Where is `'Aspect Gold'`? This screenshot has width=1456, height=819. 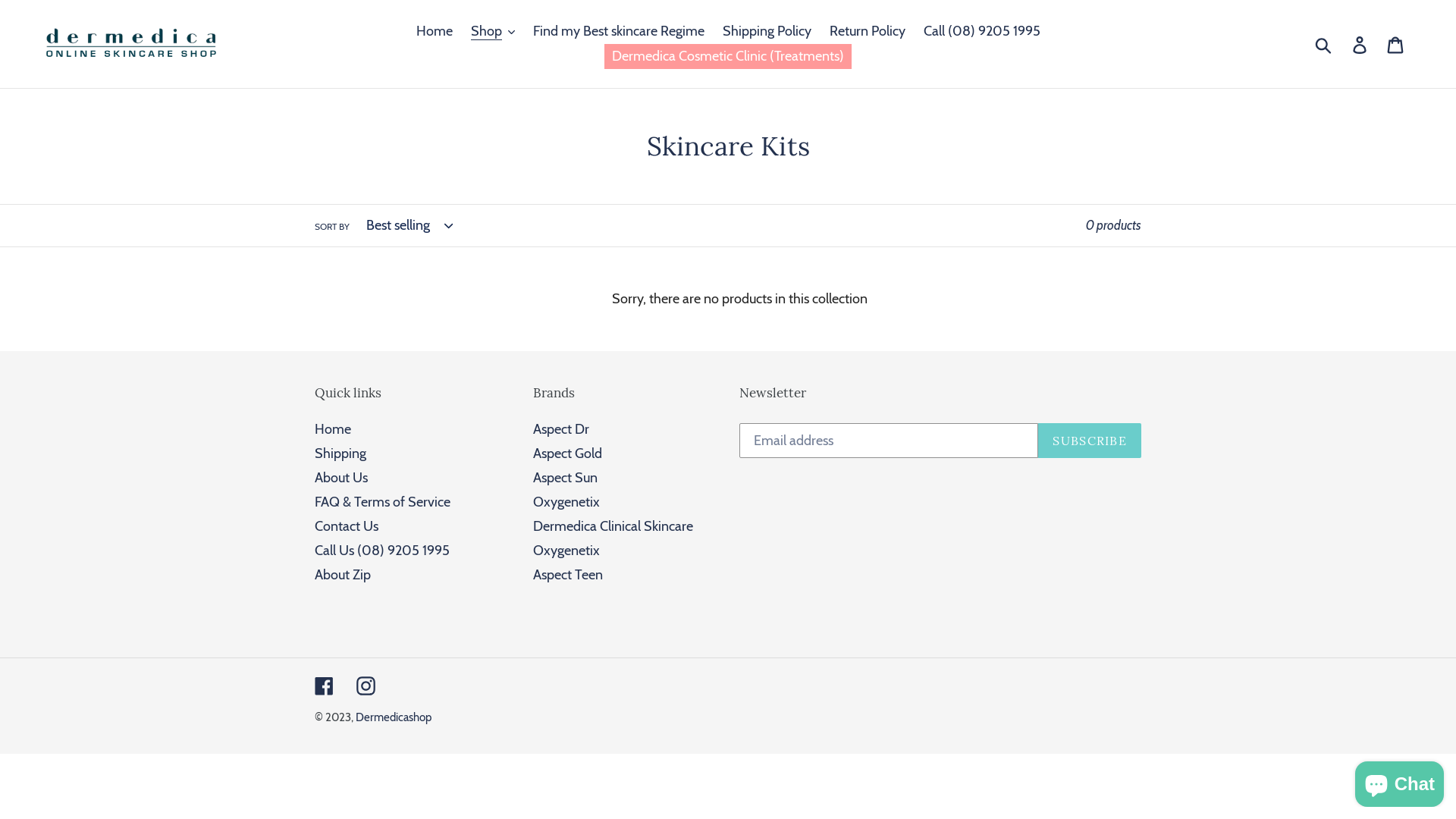
'Aspect Gold' is located at coordinates (532, 452).